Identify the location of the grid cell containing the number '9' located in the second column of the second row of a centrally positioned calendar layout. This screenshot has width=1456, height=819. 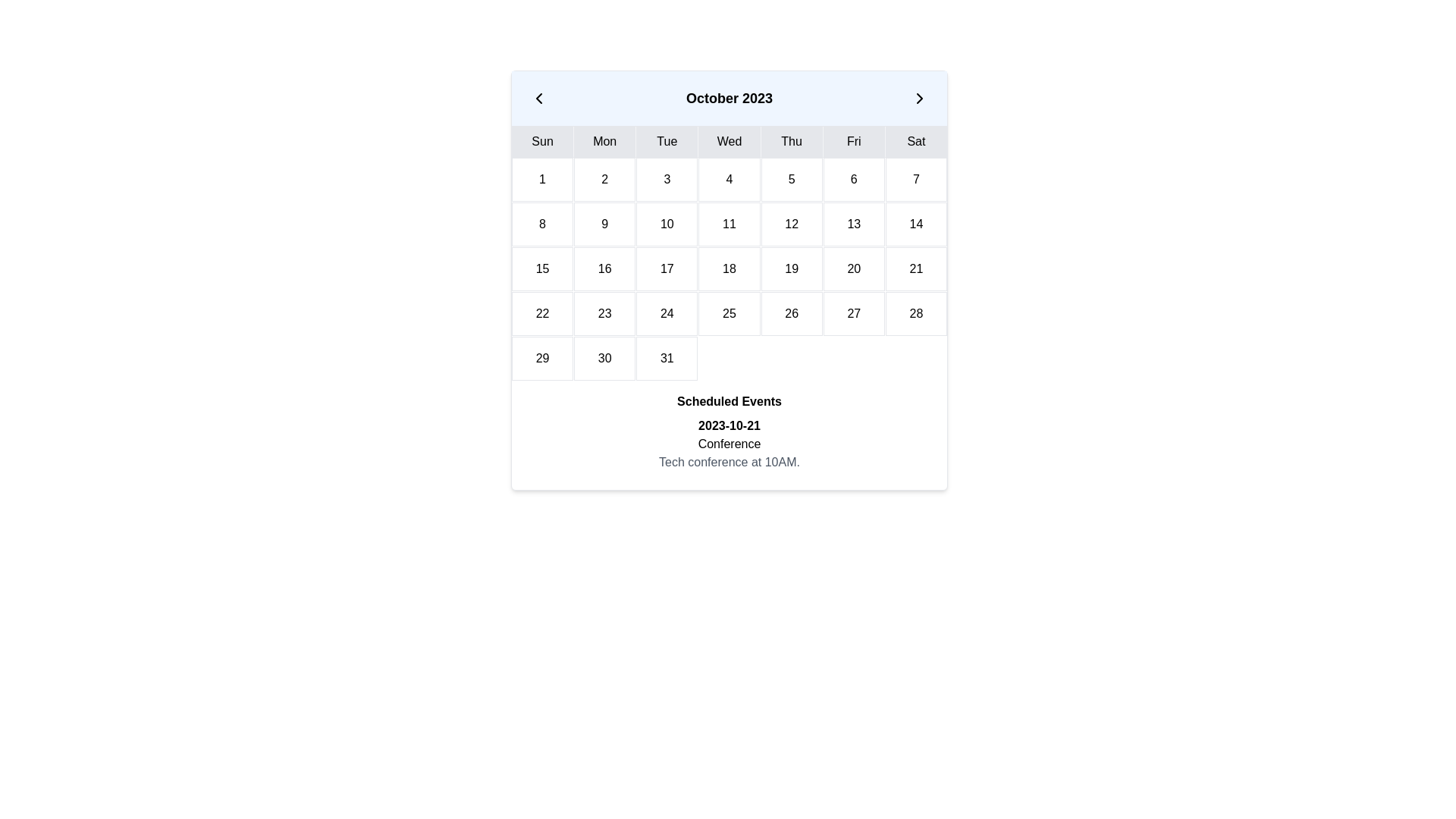
(604, 224).